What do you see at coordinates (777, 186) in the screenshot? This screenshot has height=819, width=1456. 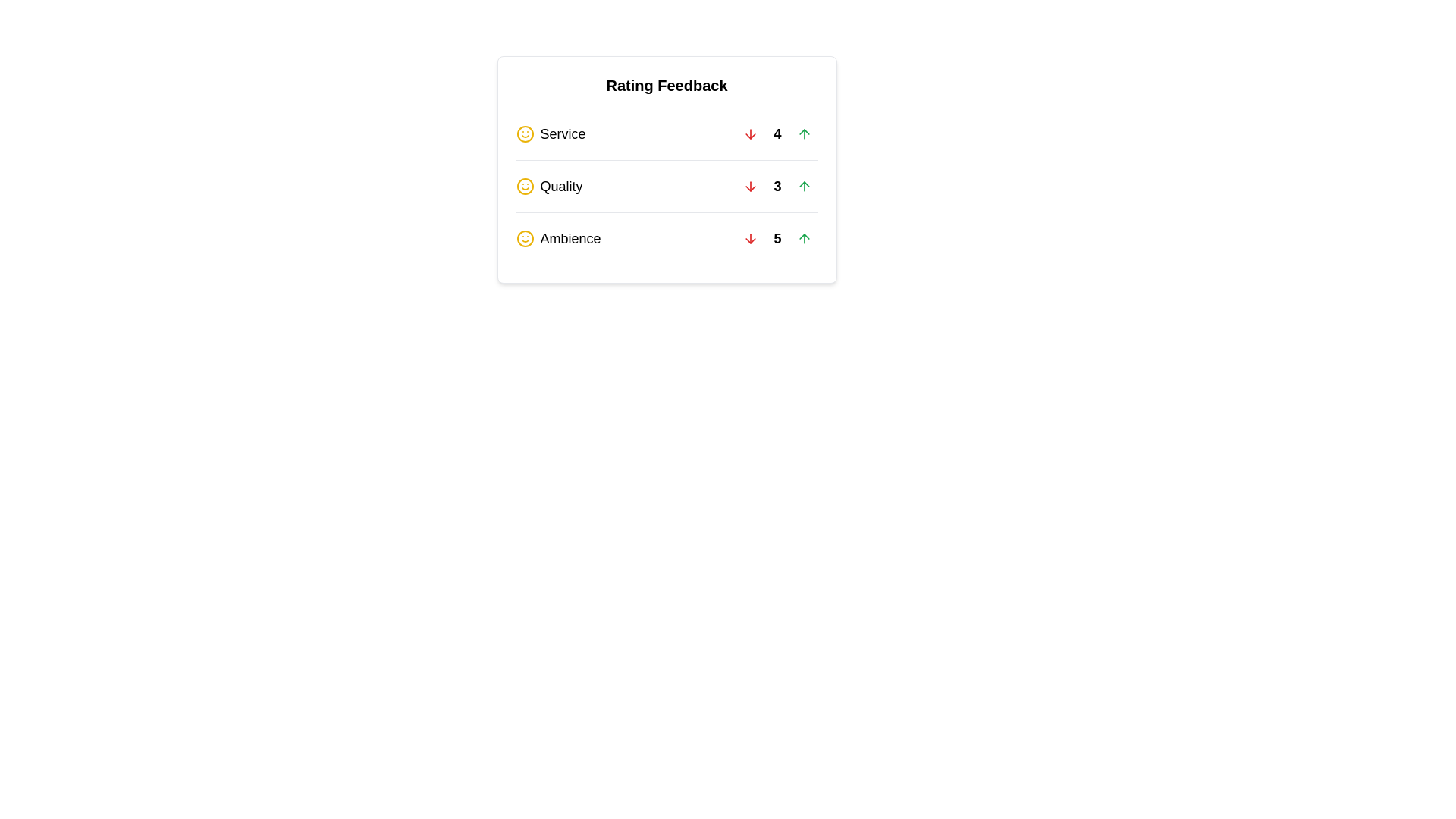 I see `the bold number '3' in the 'Rating Feedback' section, which is positioned between a red icon on the left and a green icon on the right` at bounding box center [777, 186].